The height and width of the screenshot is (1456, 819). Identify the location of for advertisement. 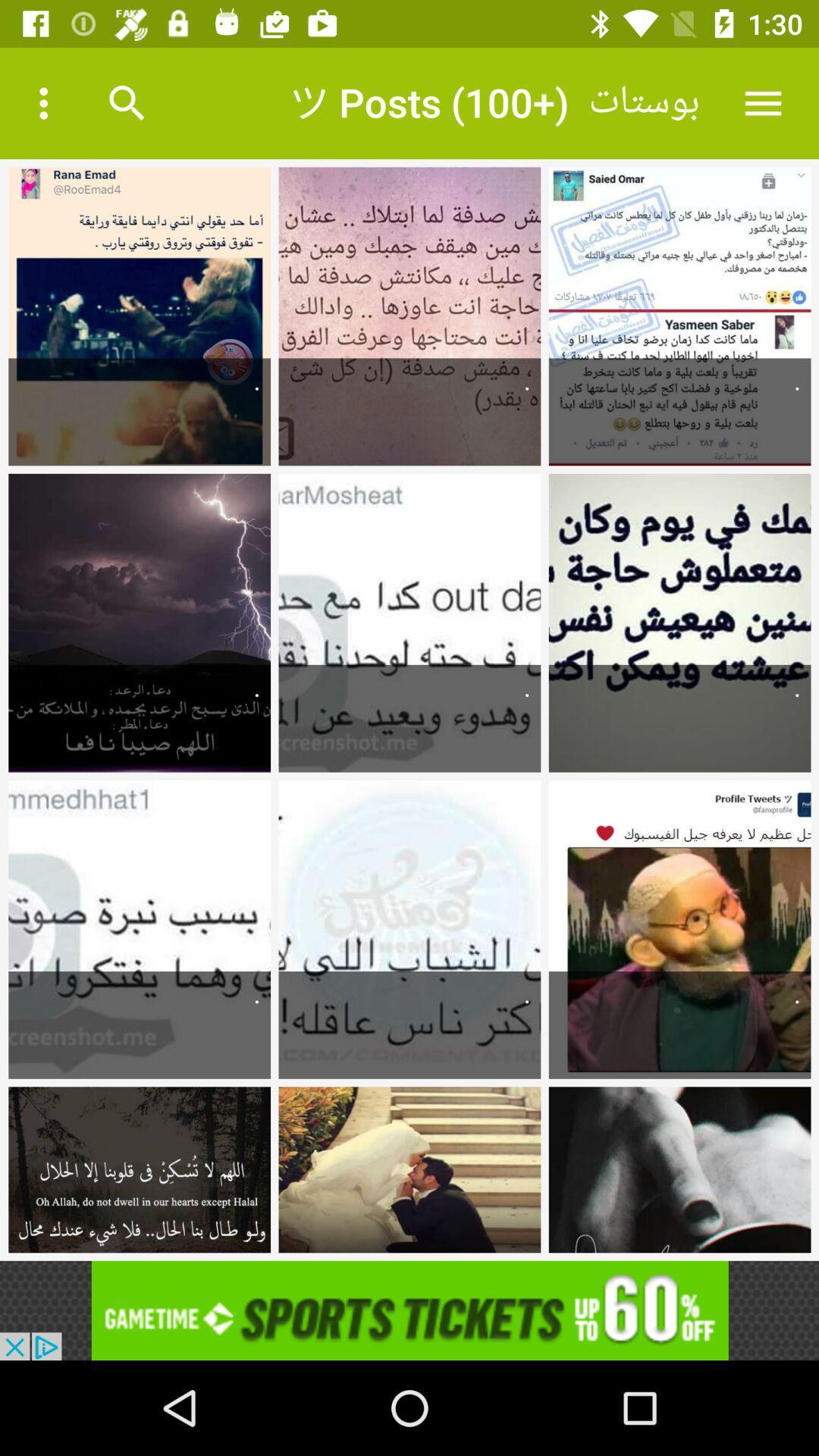
(409, 1310).